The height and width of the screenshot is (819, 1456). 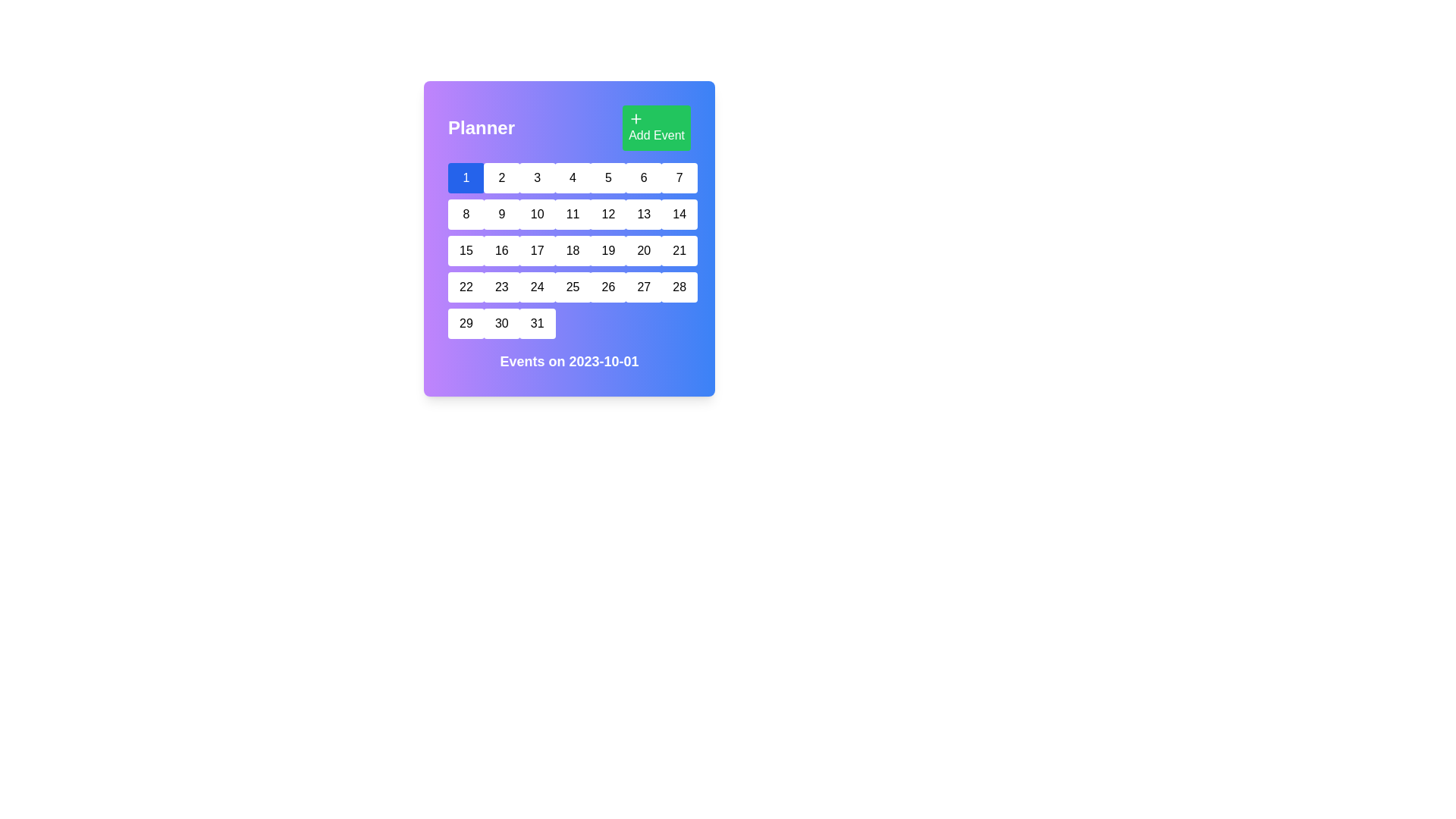 I want to click on the button displaying the number '21', so click(x=679, y=250).